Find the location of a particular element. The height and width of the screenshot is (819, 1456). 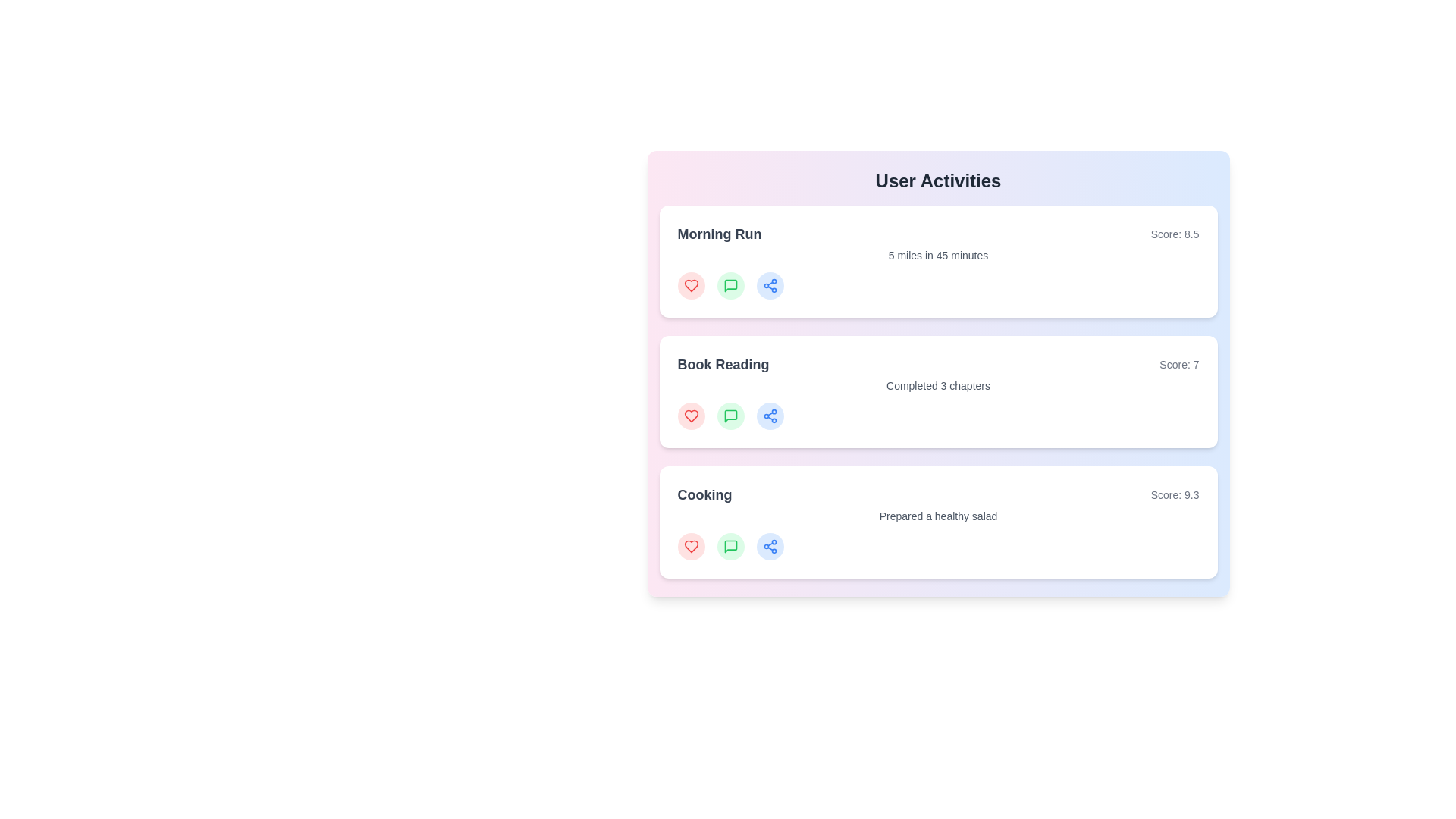

'like' button for the activity 'Book Reading' is located at coordinates (690, 416).